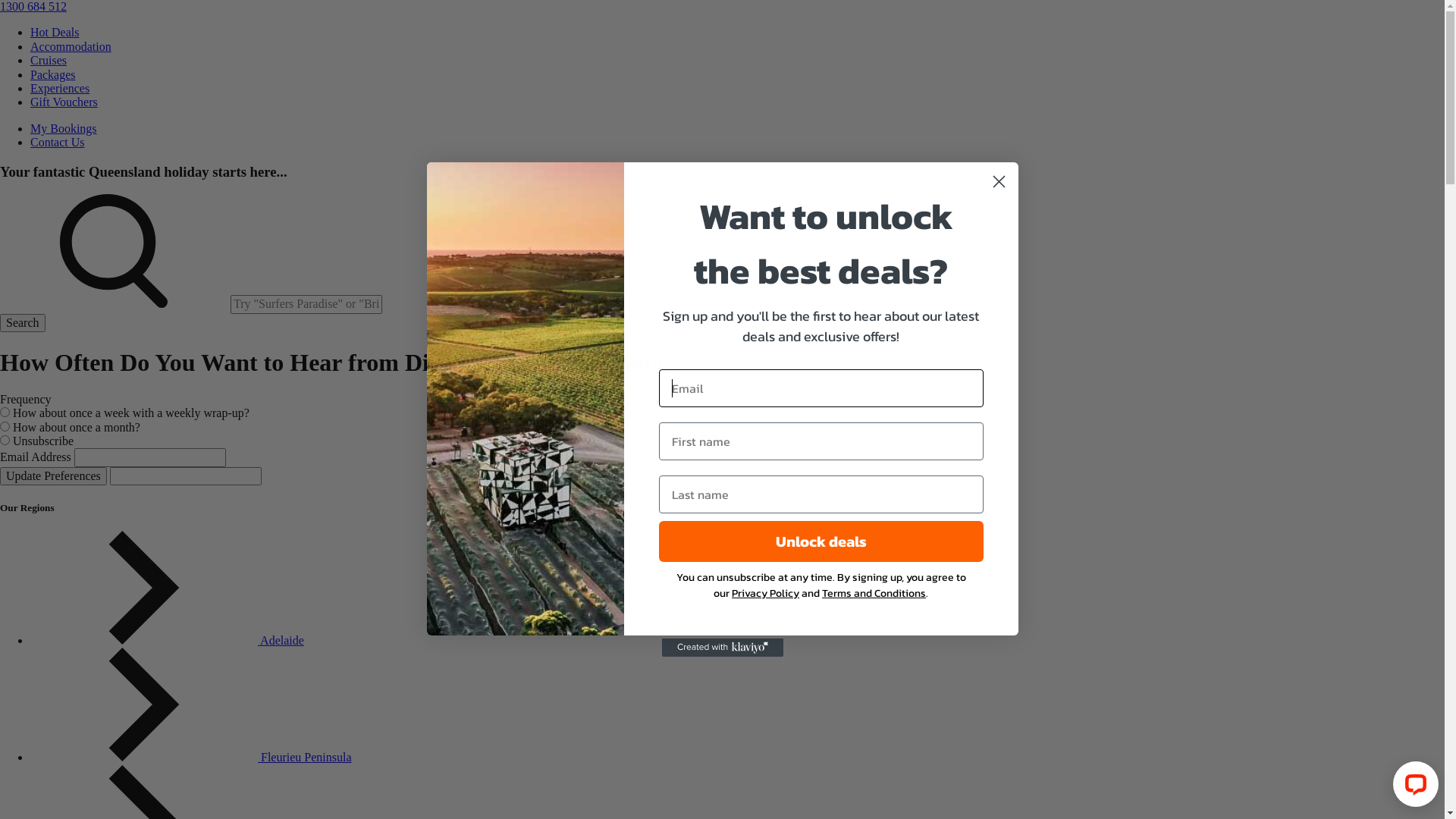 The image size is (1456, 819). I want to click on 'Adelaide', so click(167, 640).